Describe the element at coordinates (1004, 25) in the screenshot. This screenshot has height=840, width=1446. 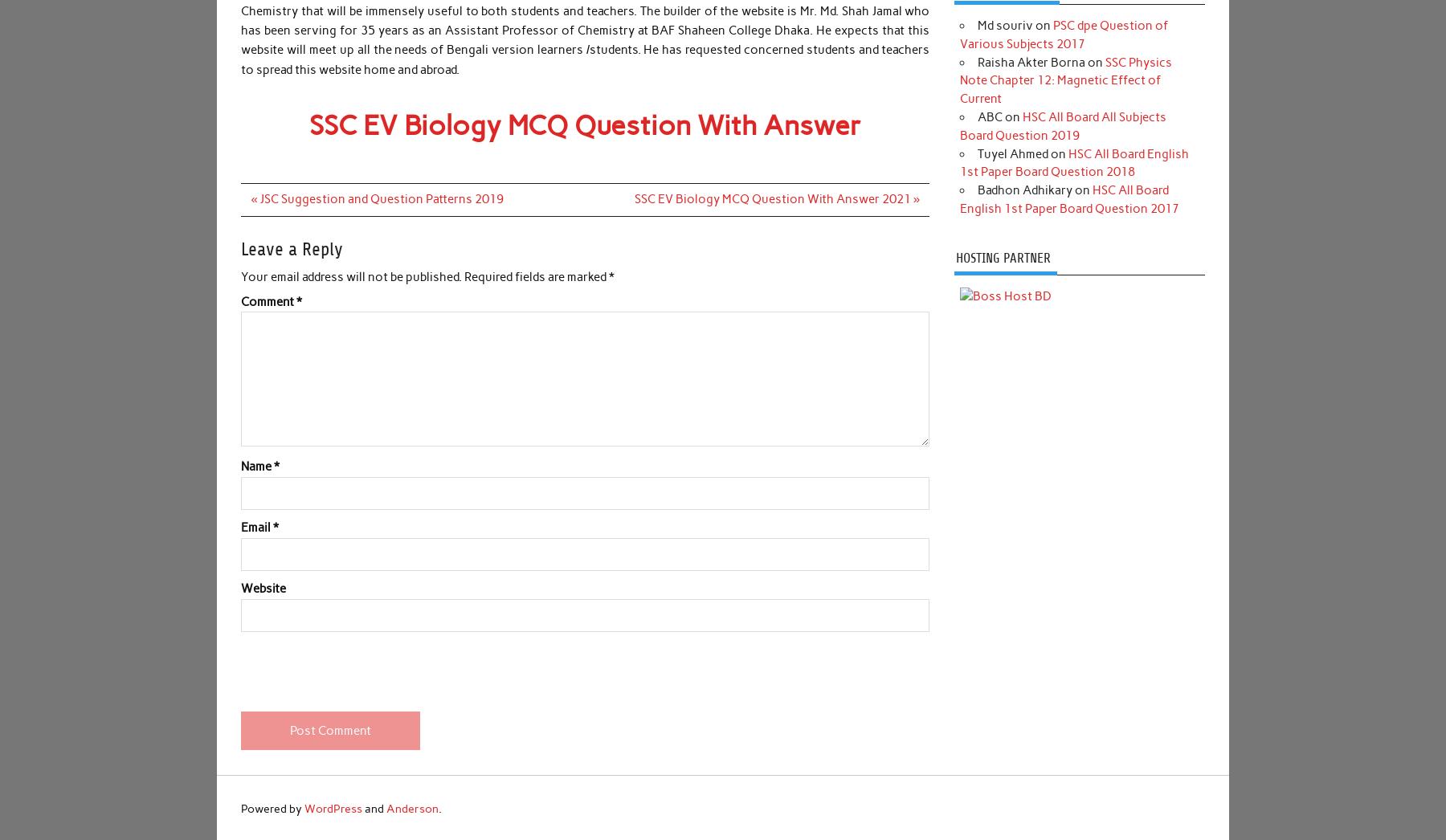
I see `'Md souriv'` at that location.